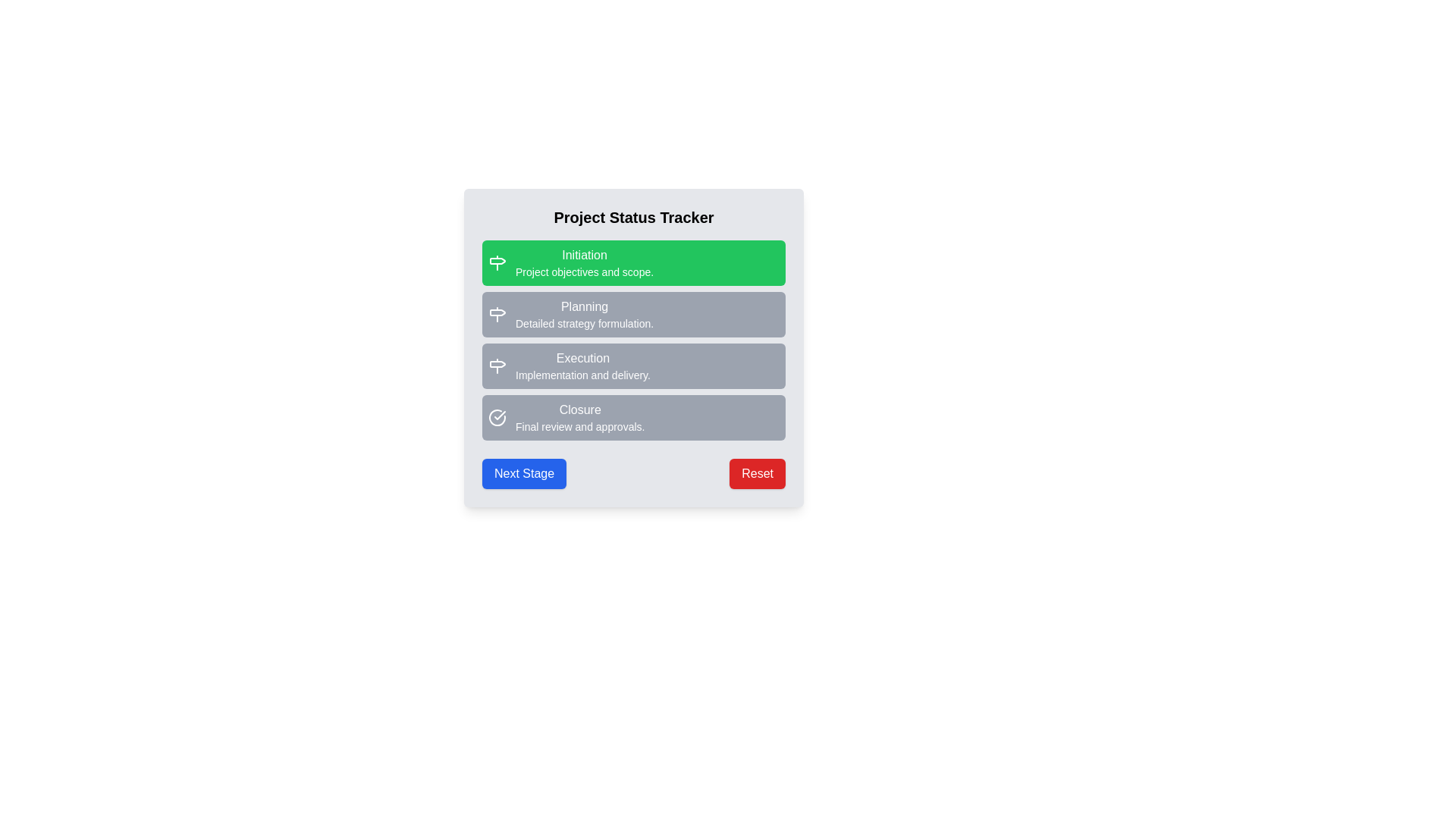 This screenshot has height=819, width=1456. I want to click on the descriptive label with the text 'Execution' in bold, located in the Project Status Tracker section, positioned between 'Planning' and 'Closure', so click(633, 348).